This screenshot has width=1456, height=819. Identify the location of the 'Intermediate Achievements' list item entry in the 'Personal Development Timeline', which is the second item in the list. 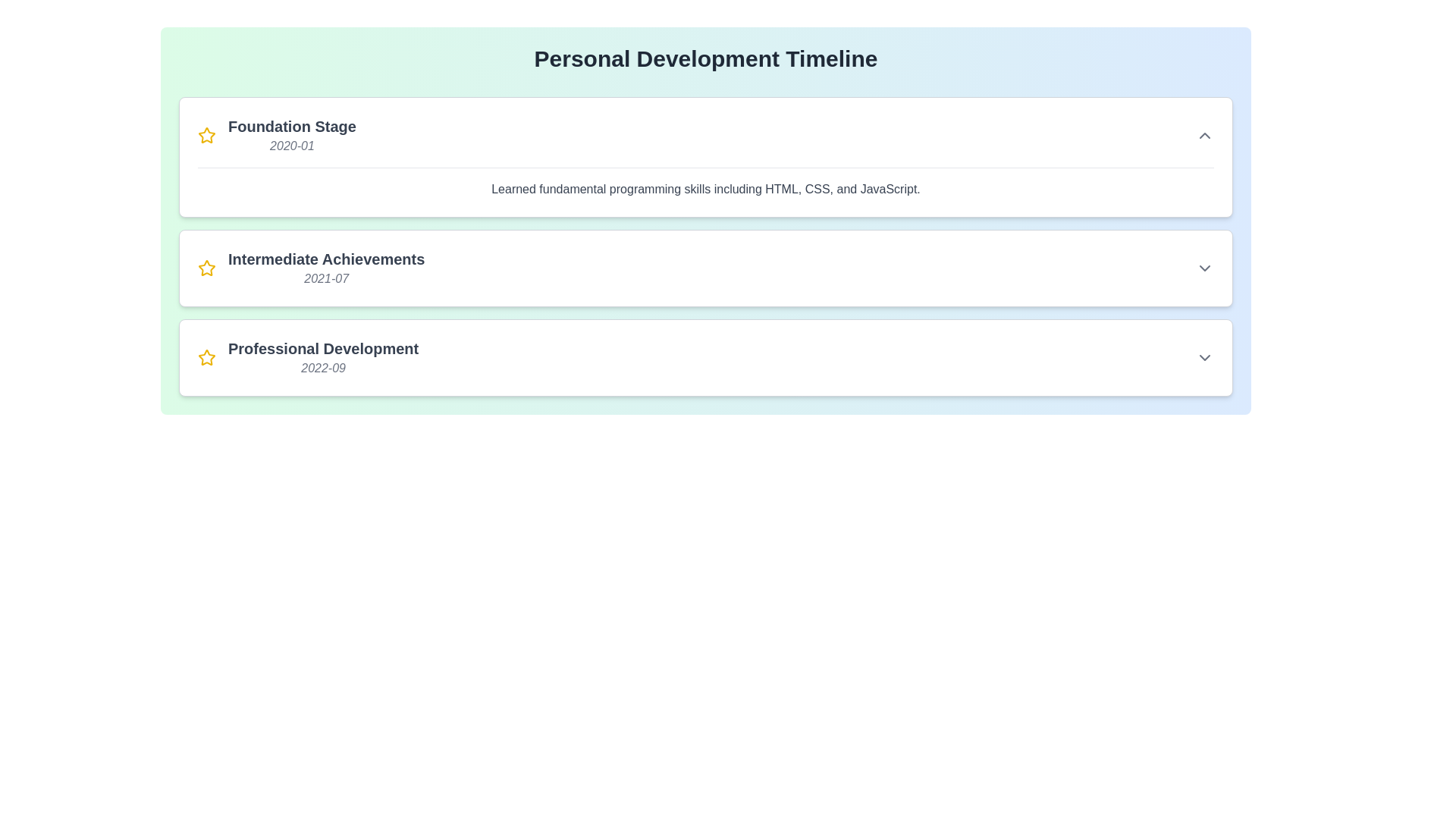
(310, 268).